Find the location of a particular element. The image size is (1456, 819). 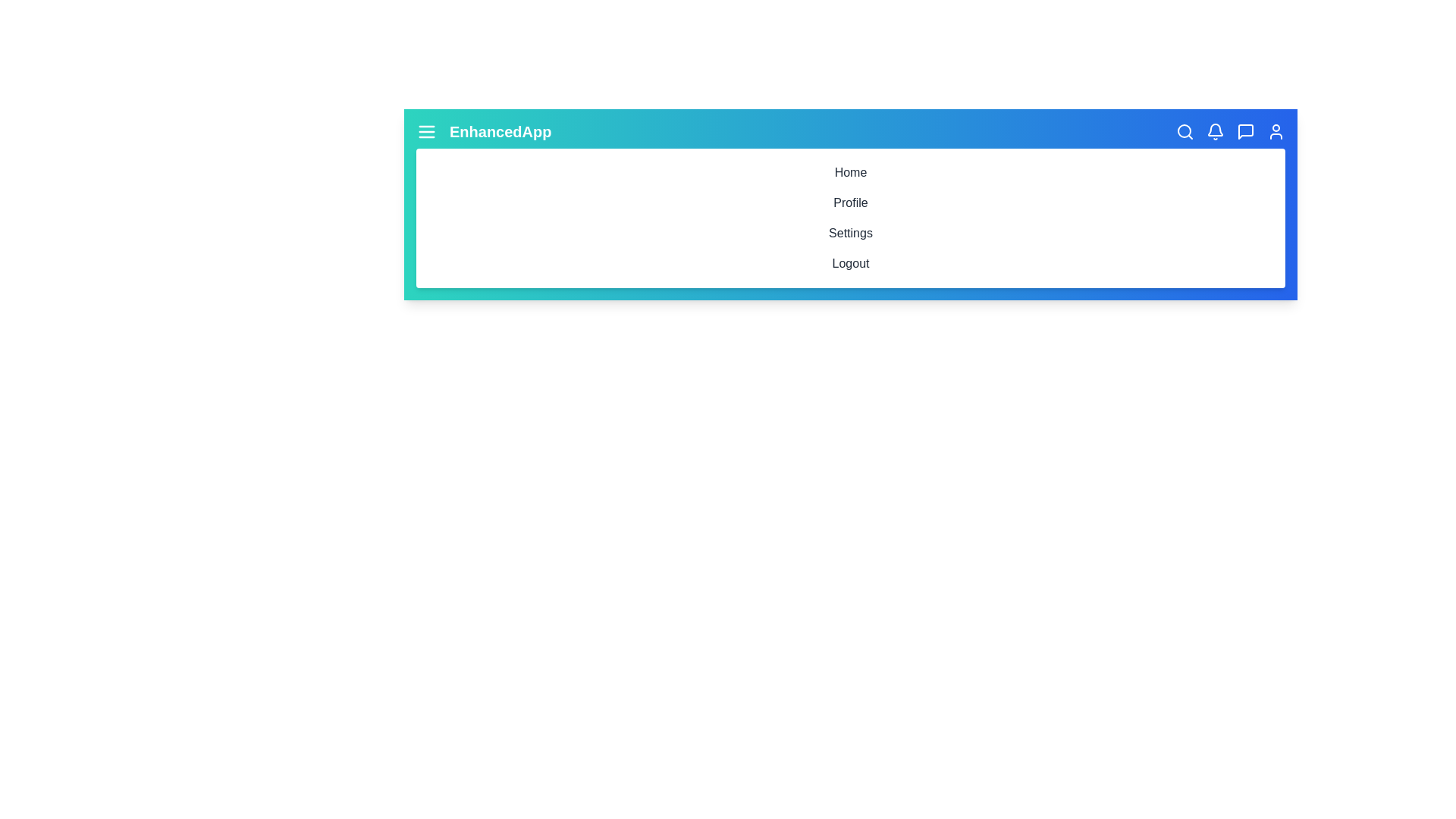

the Profile icon in the toolbar is located at coordinates (1276, 130).